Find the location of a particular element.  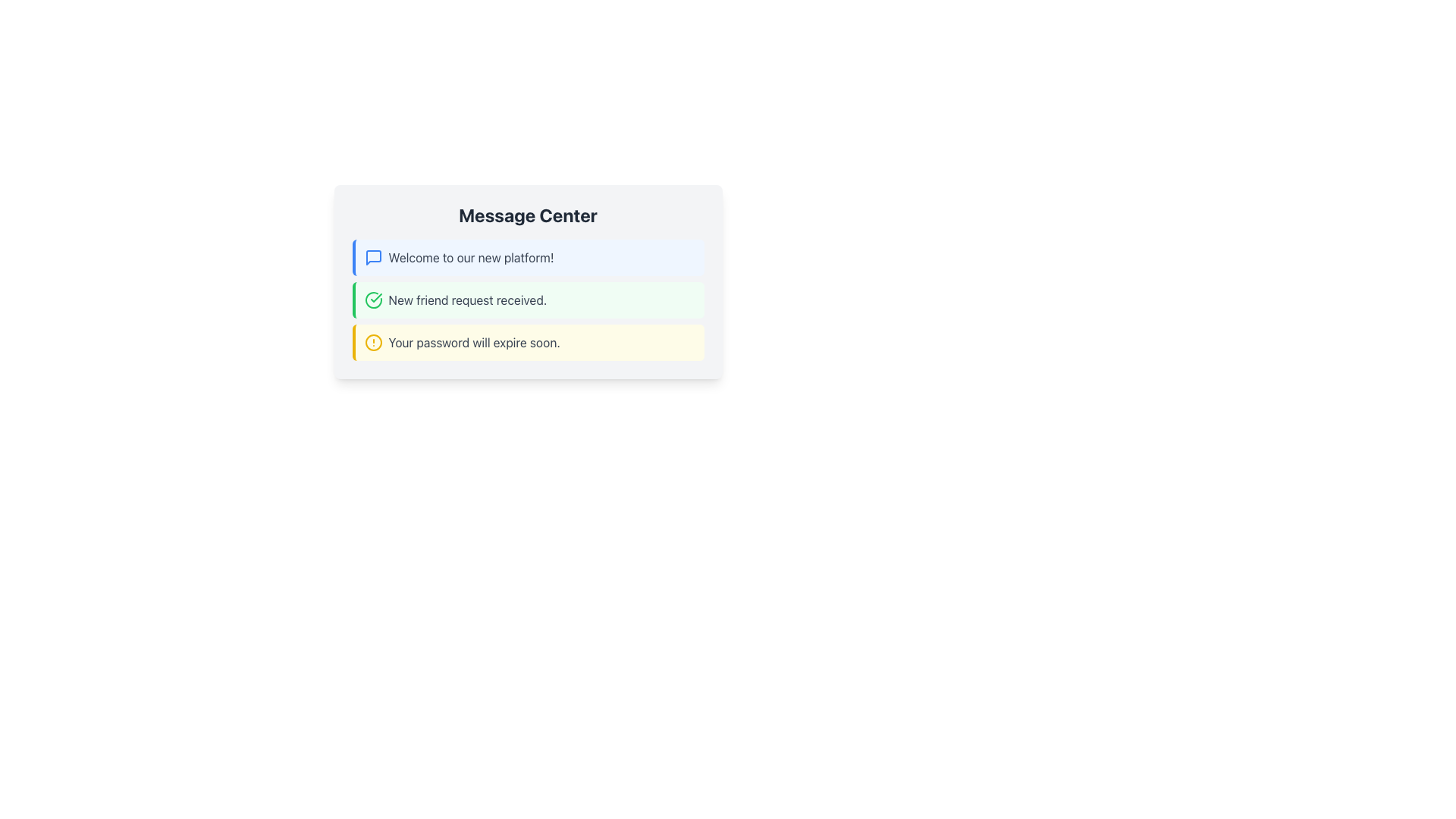

notification from the second item in the vertically stacked list of notifications within the Notification Card that informs about a new friend request is located at coordinates (528, 300).